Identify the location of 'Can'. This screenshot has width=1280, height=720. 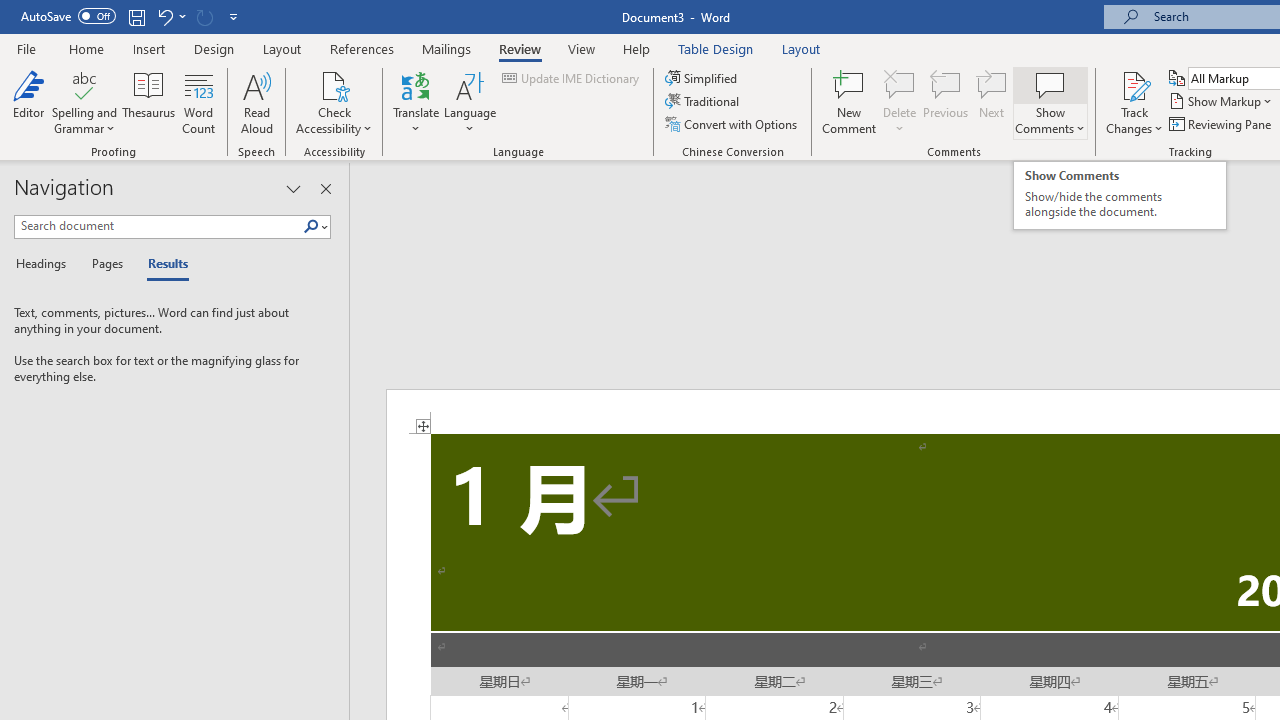
(204, 16).